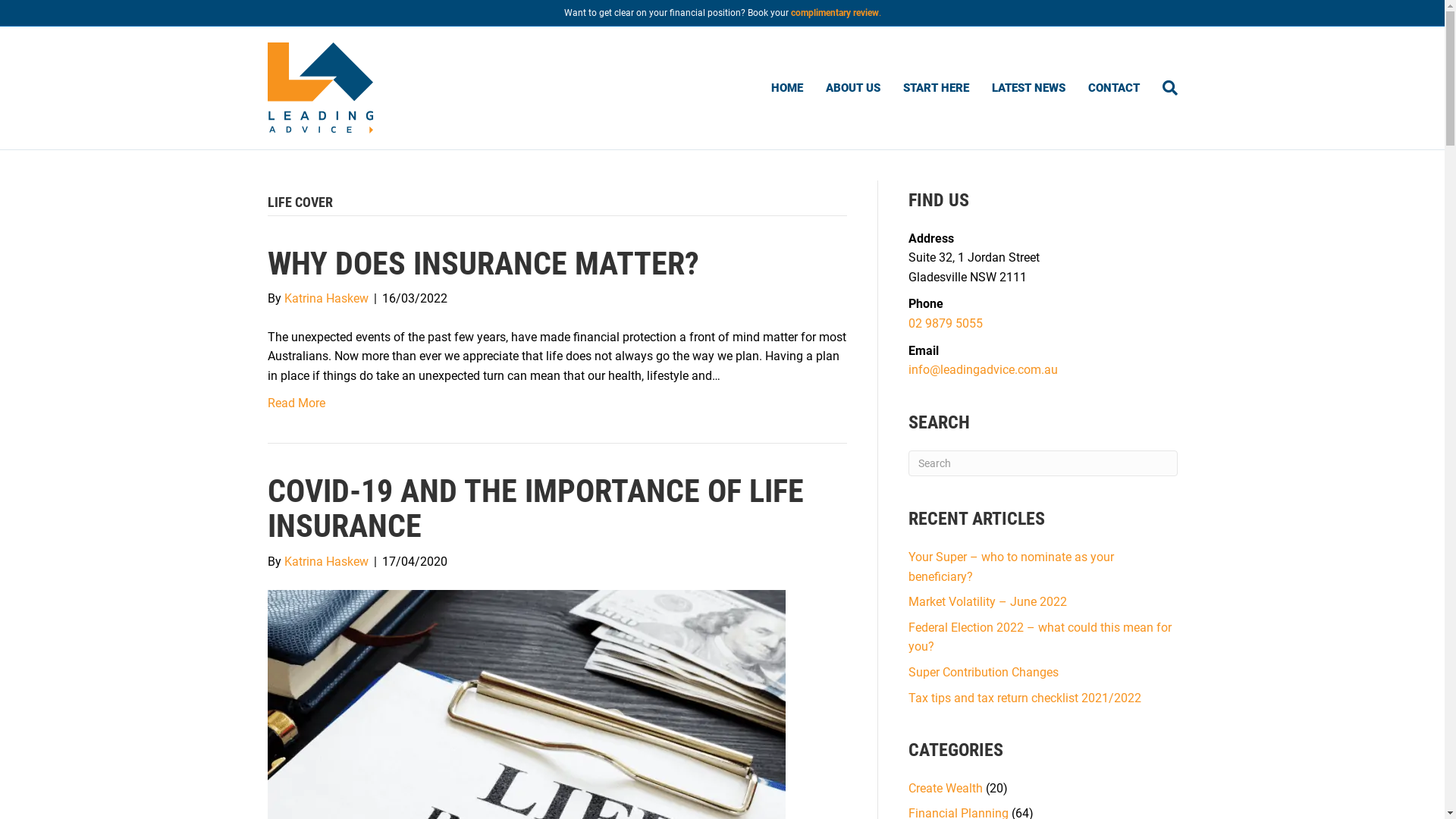 The width and height of the screenshot is (1456, 819). I want to click on 'CONTACT', so click(1113, 87).